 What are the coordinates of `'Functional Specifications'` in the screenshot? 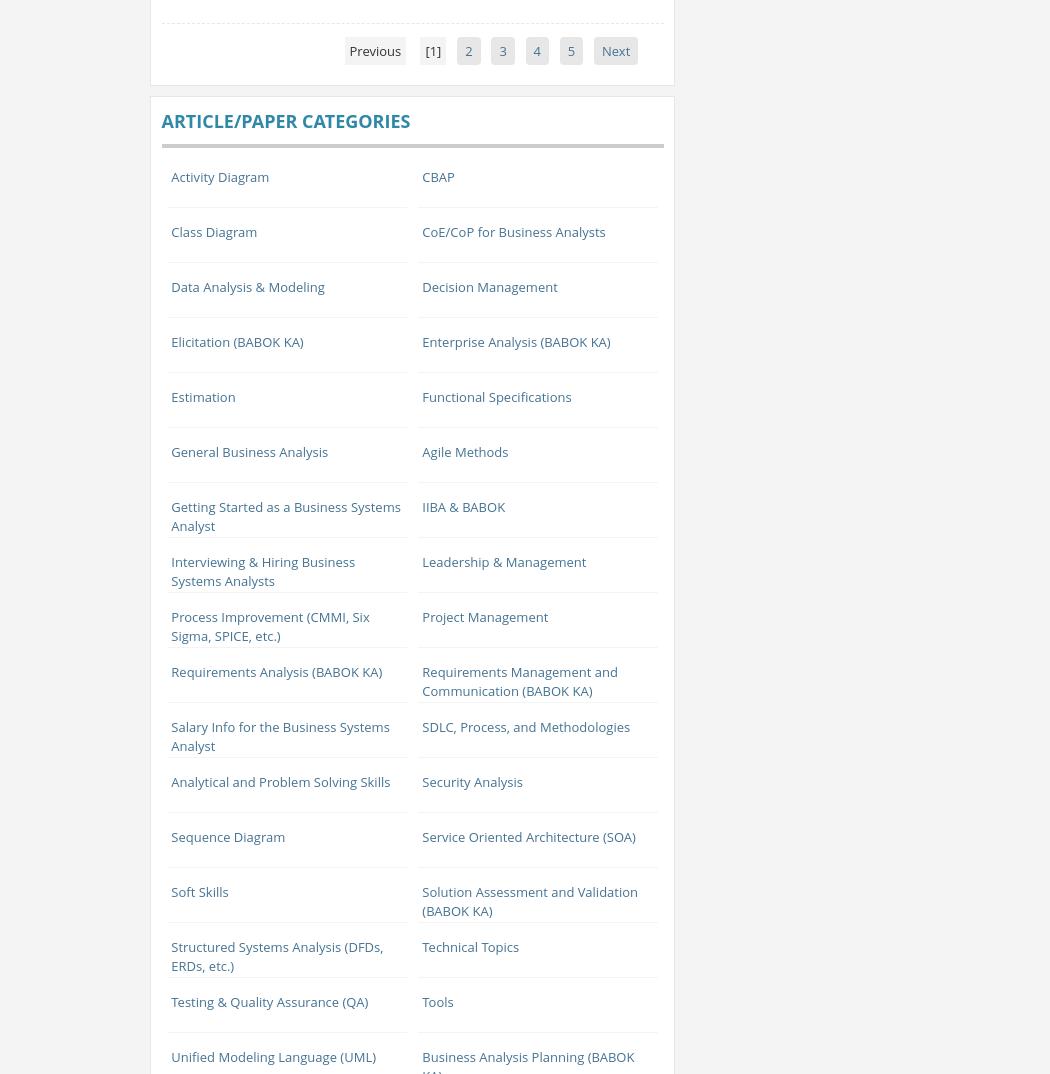 It's located at (495, 395).